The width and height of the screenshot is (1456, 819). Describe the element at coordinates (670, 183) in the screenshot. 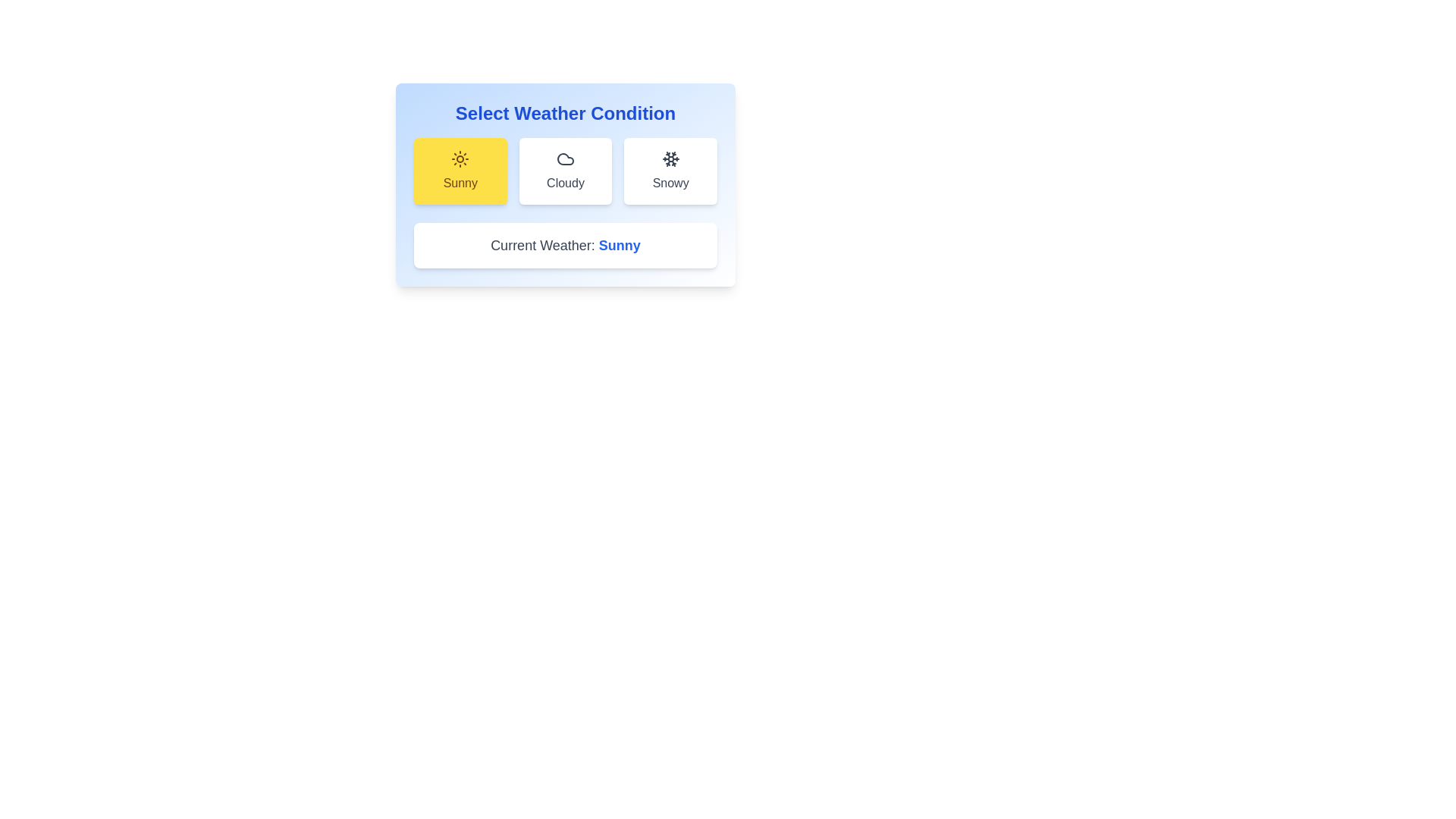

I see `the weather condition label in the third card under the header 'Select Weather Condition', which describes the weather condition` at that location.